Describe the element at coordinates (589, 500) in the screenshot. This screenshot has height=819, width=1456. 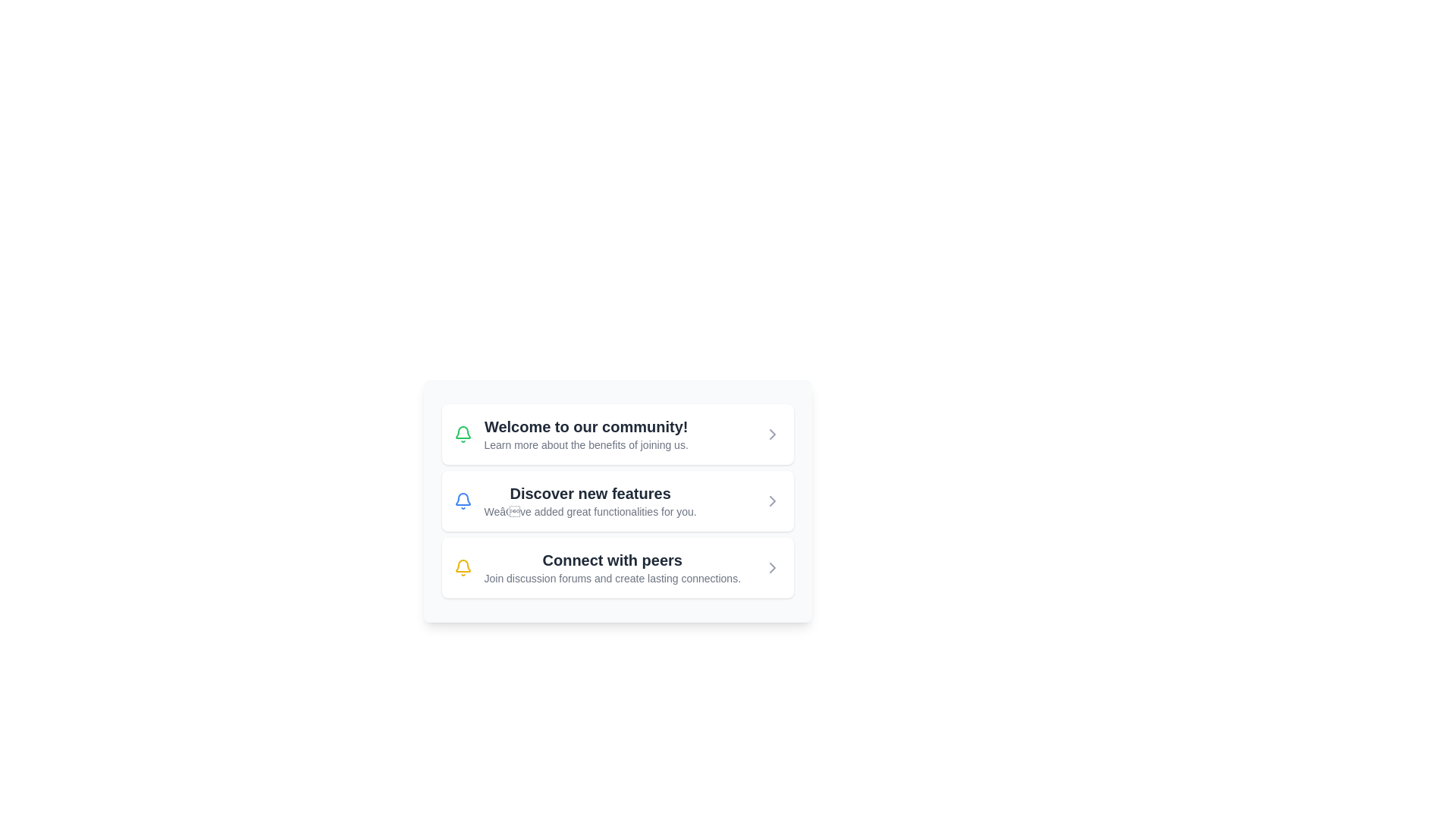
I see `the Informative Text Block that contains the title 'Discover new features' and the description 'We’ve added great functionalities for you.'` at that location.